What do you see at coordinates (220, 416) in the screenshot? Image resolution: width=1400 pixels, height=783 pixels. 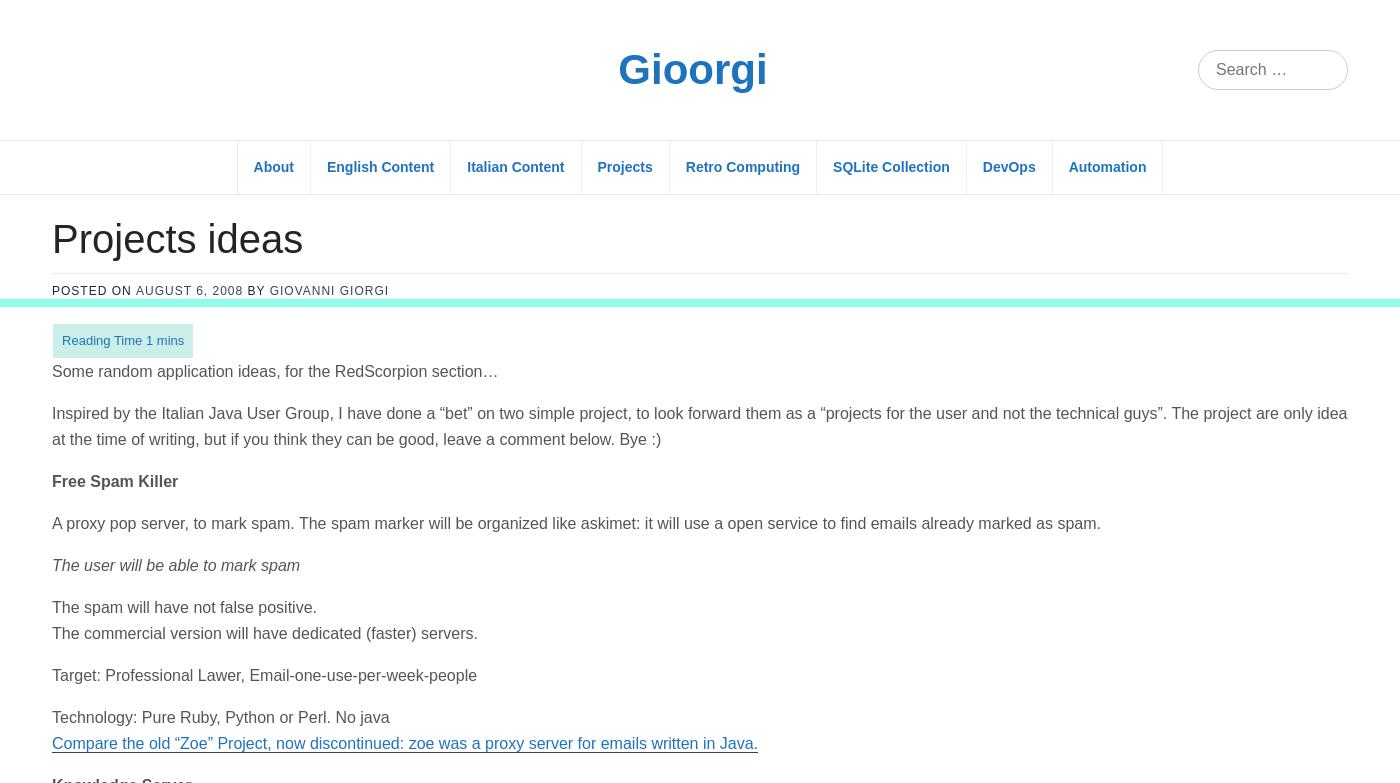 I see `'Technology: Pure Ruby, Python or Perl. No java'` at bounding box center [220, 416].